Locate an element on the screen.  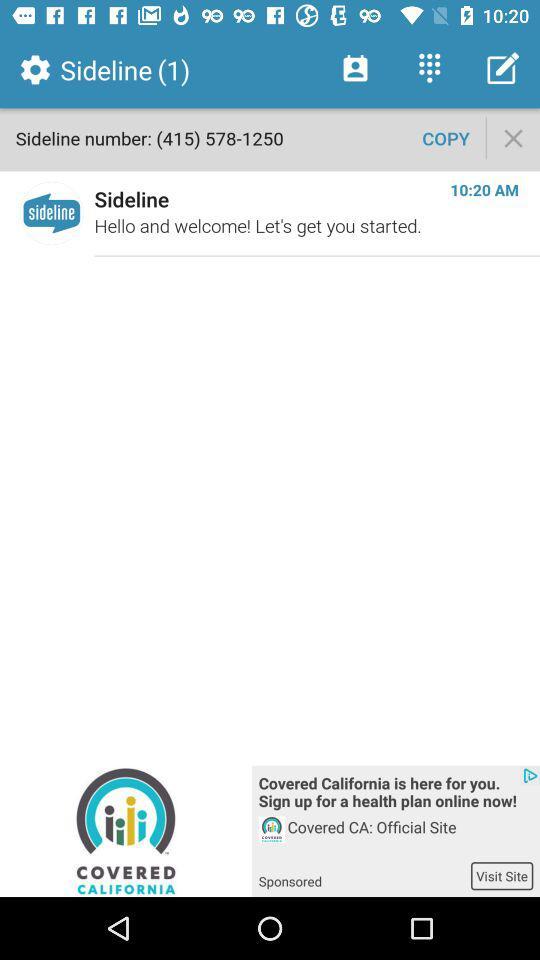
copy icon is located at coordinates (446, 137).